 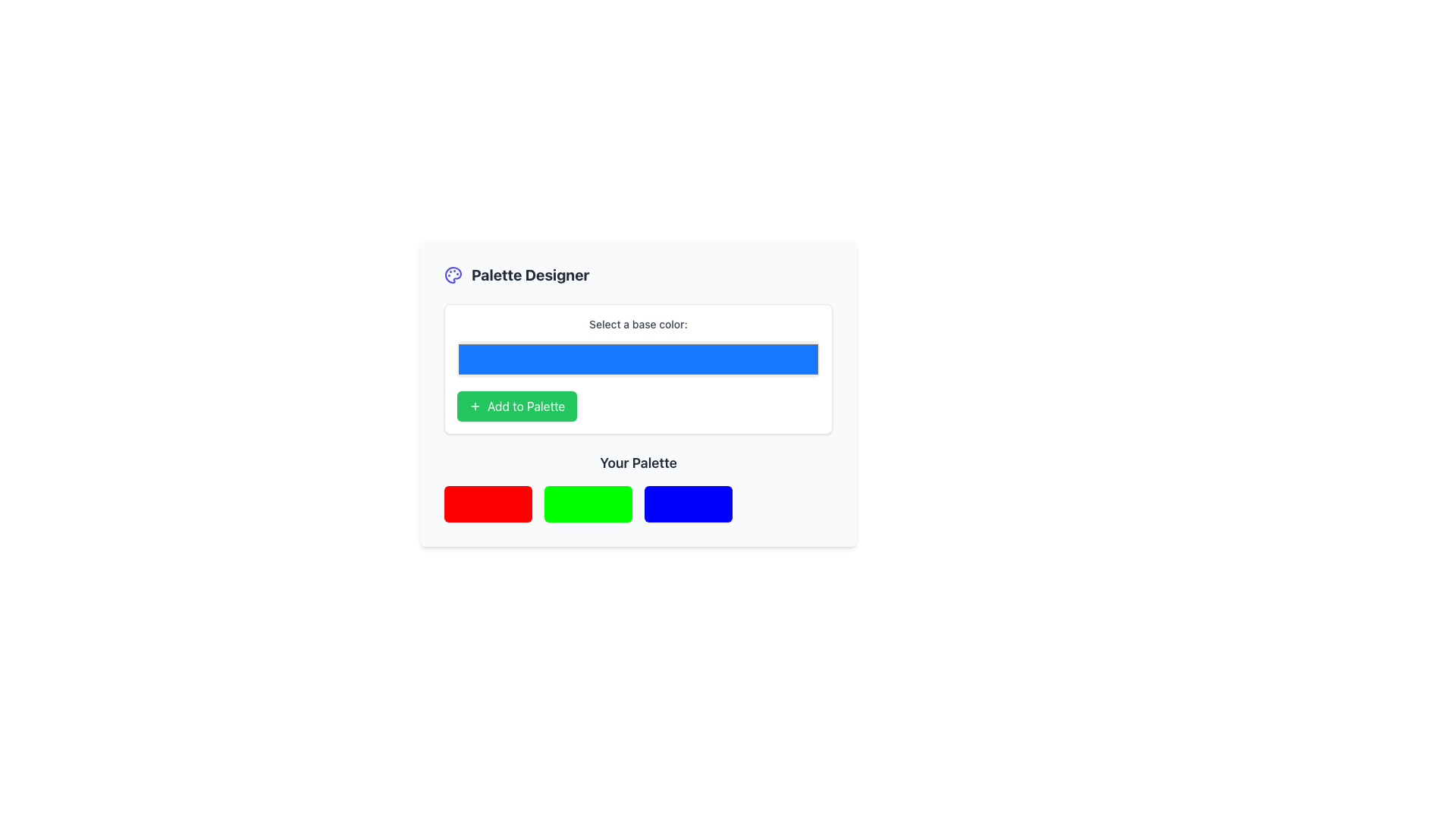 I want to click on the first red color block in the 'Your Palette' section, located below the 'Add to Palette' button, so click(x=488, y=504).